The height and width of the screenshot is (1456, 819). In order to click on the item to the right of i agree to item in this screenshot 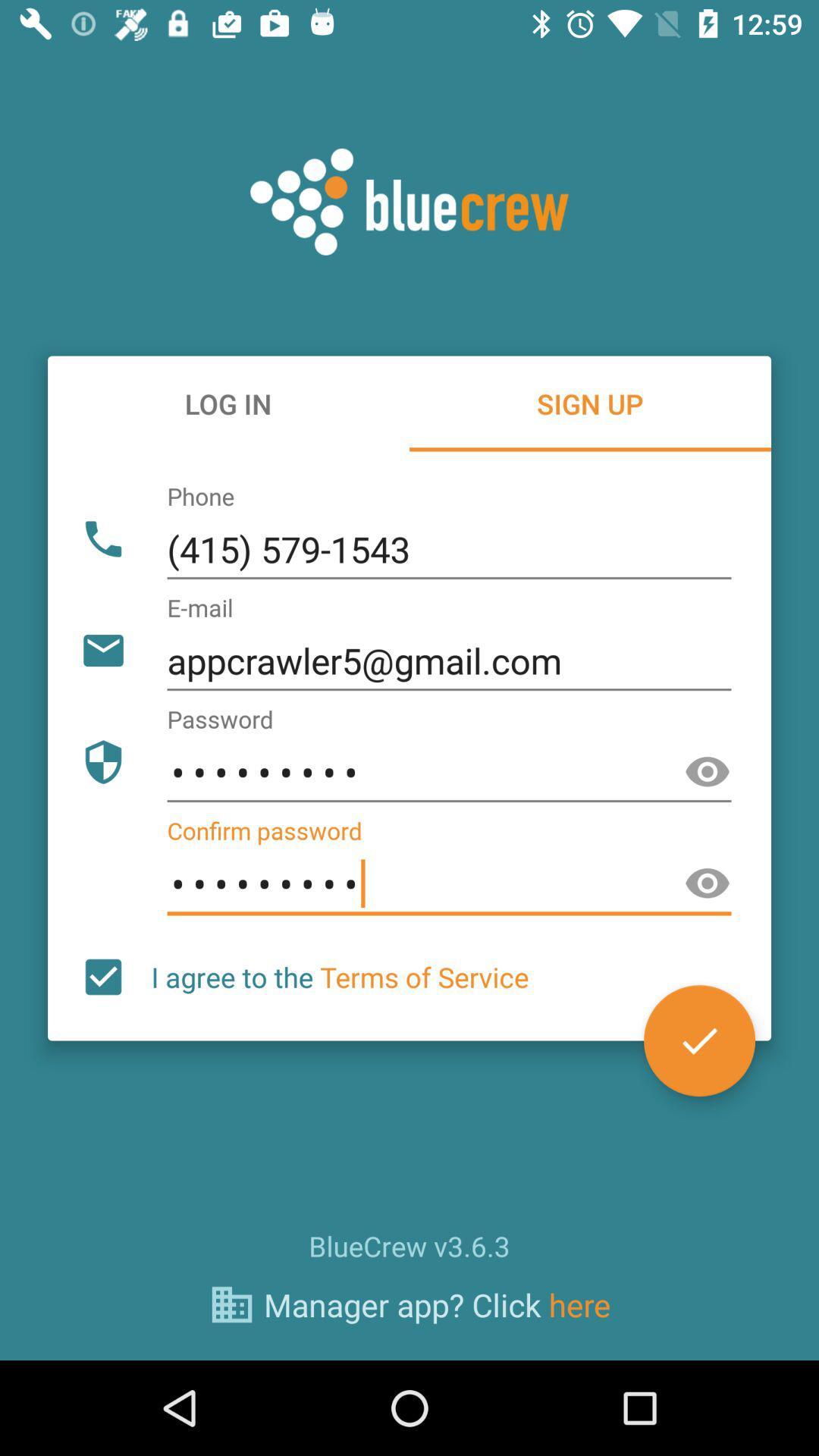, I will do `click(699, 1040)`.